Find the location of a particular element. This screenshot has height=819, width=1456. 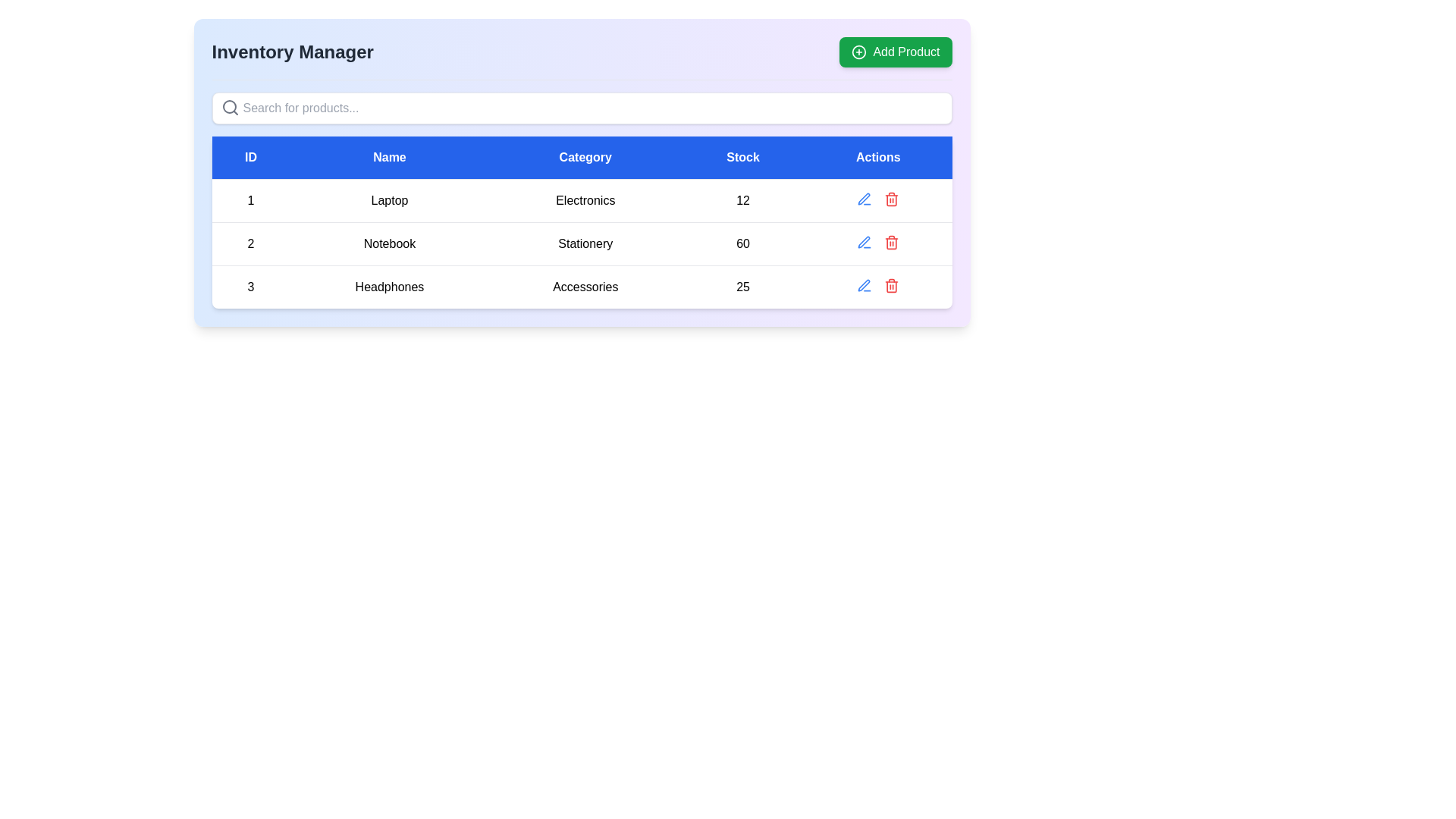

the red trash bin icon button in the 'Actions' column for the 'Laptop' product to trigger a visual state change is located at coordinates (892, 198).